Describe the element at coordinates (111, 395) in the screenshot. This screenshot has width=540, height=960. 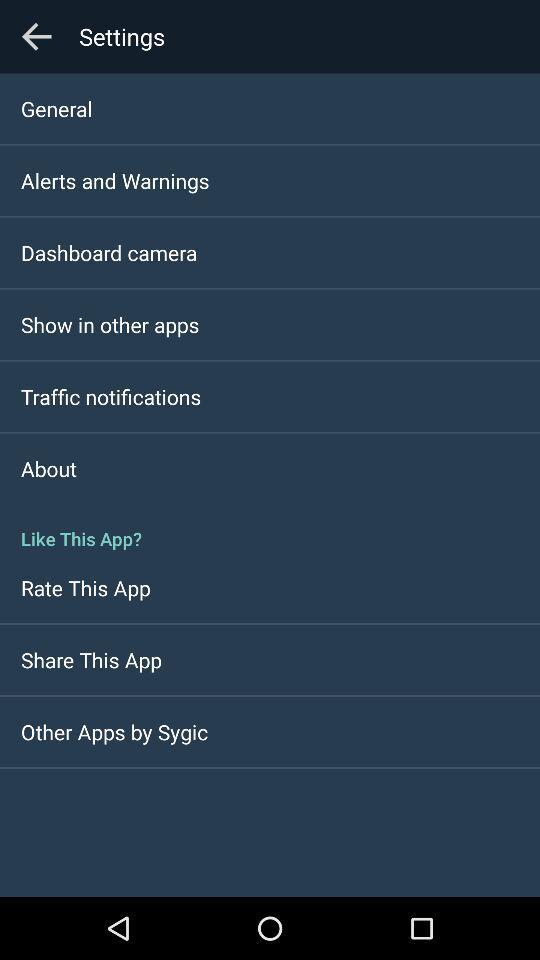
I see `app above the about` at that location.